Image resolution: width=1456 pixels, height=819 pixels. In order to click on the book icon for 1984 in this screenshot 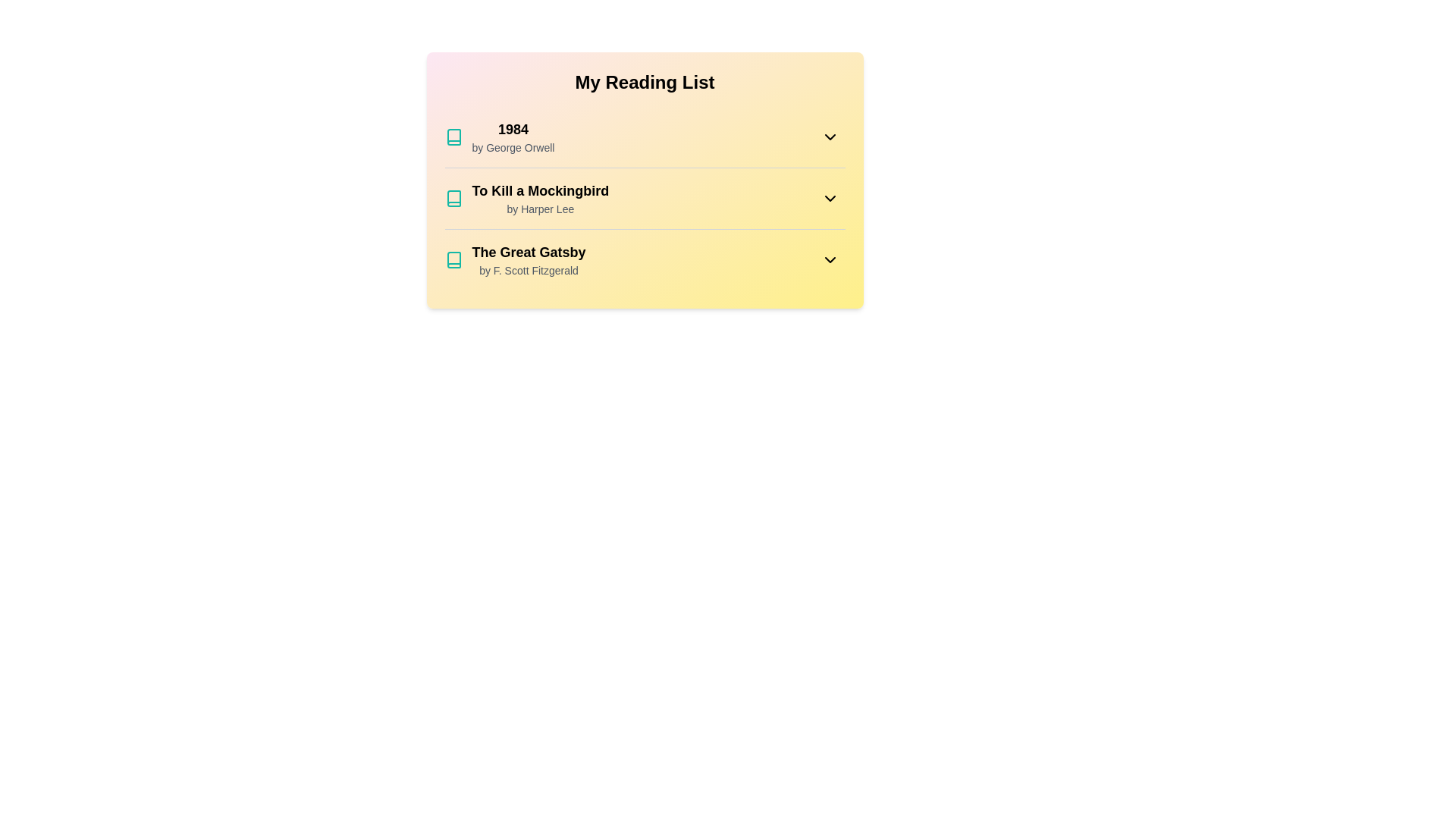, I will do `click(453, 137)`.